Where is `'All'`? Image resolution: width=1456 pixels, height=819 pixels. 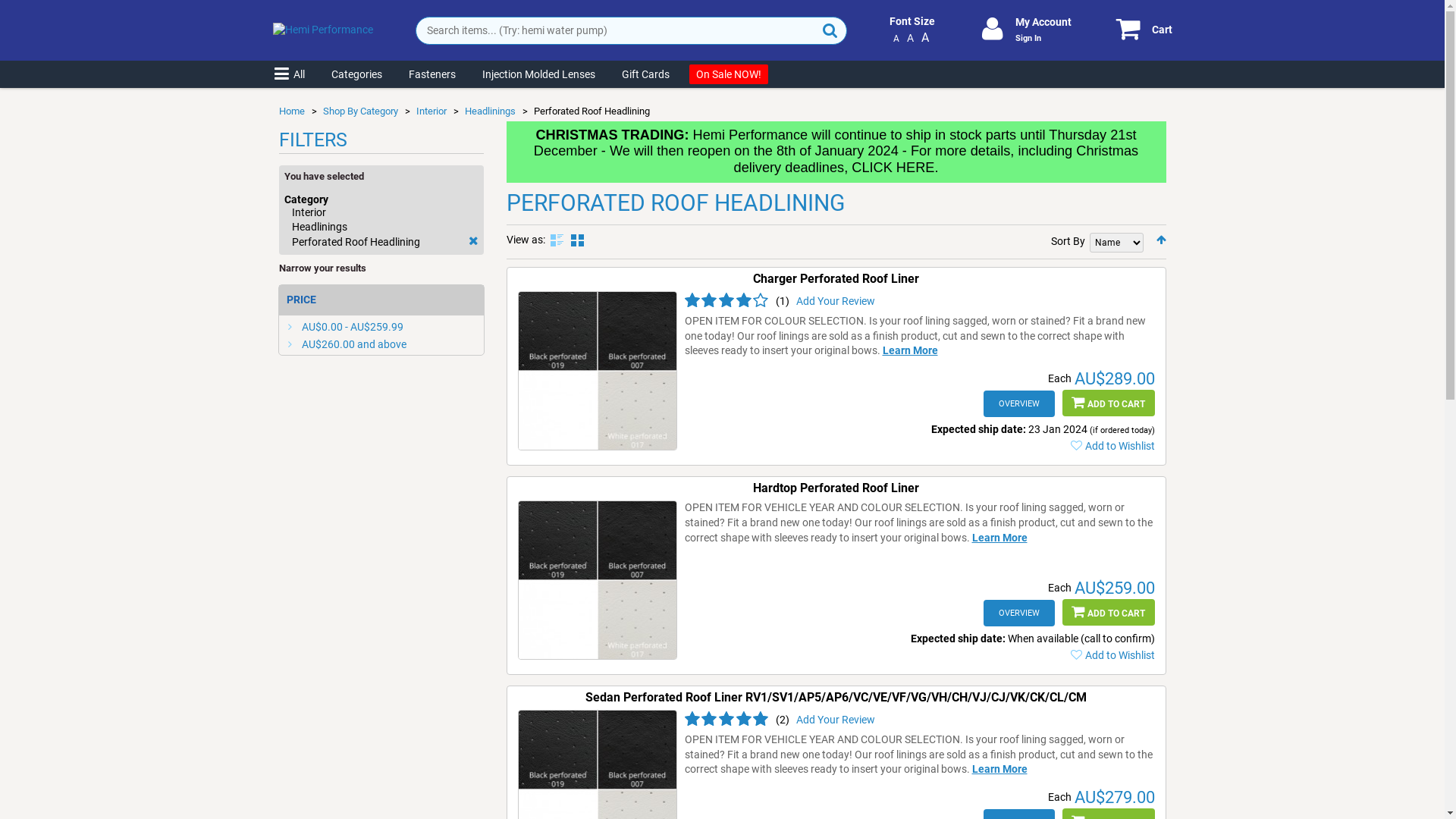
'All' is located at coordinates (288, 74).